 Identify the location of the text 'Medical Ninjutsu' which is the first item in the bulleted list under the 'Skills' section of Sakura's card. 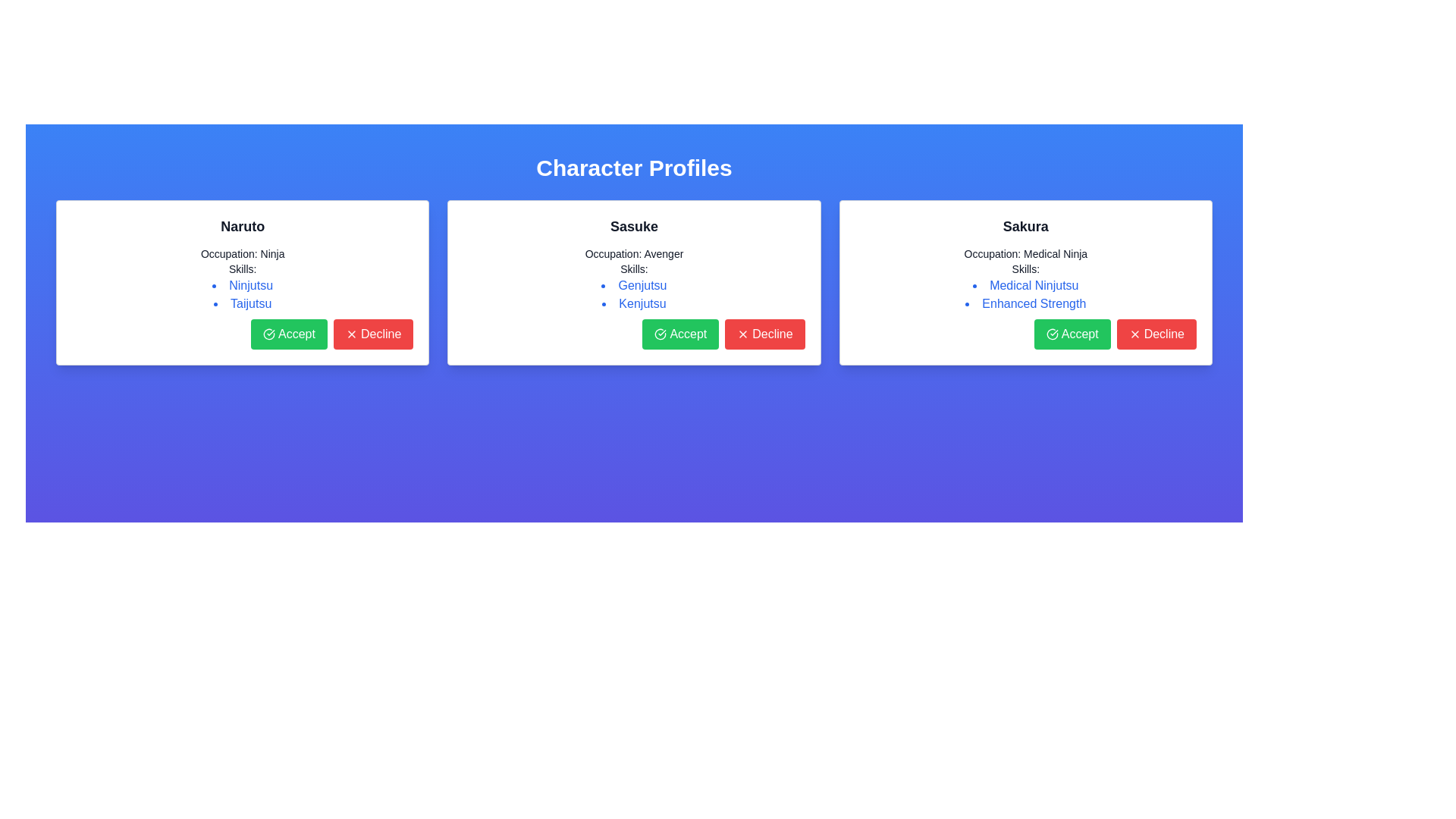
(1025, 286).